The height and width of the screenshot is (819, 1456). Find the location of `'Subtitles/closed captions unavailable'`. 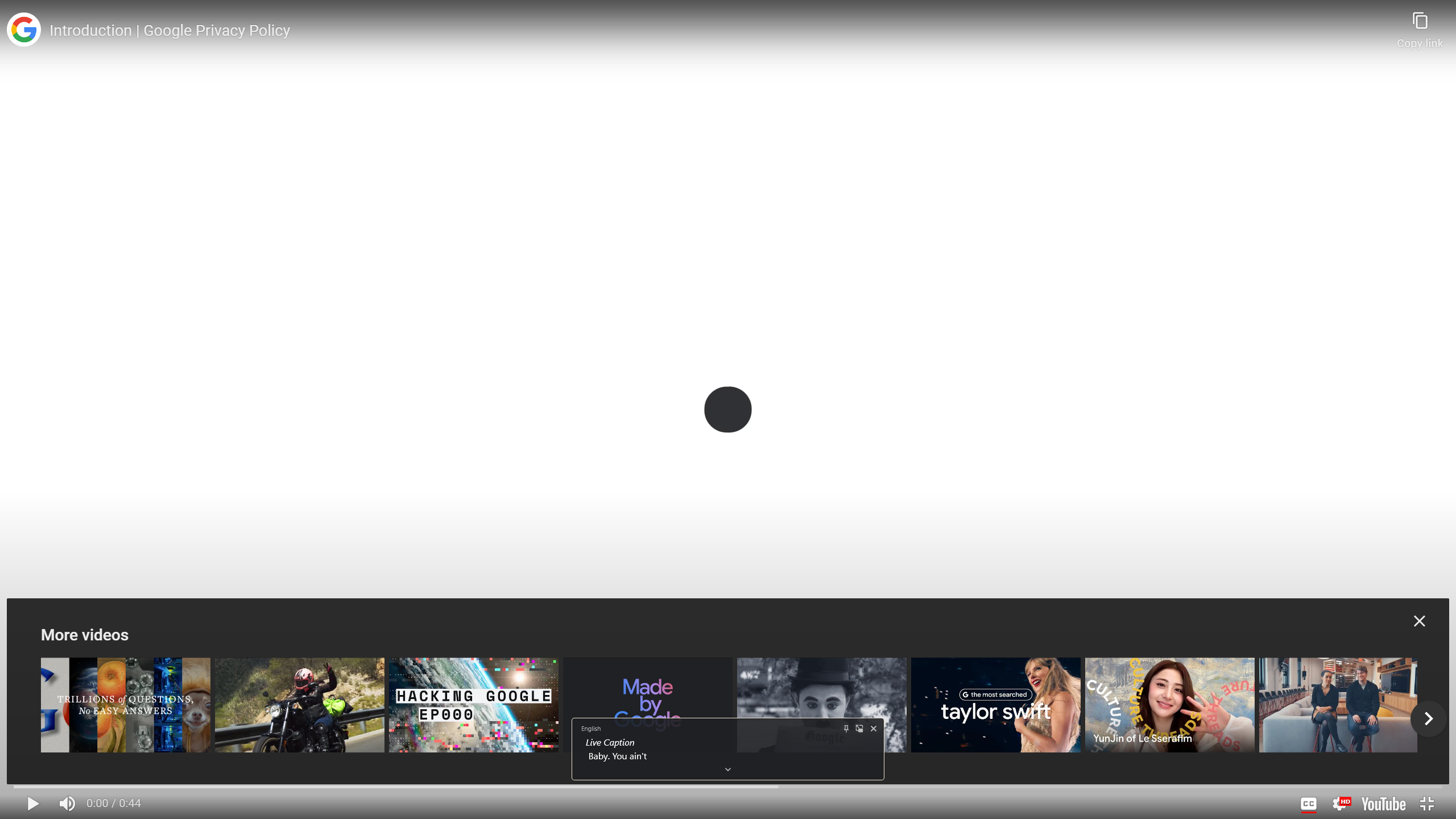

'Subtitles/closed captions unavailable' is located at coordinates (1308, 803).